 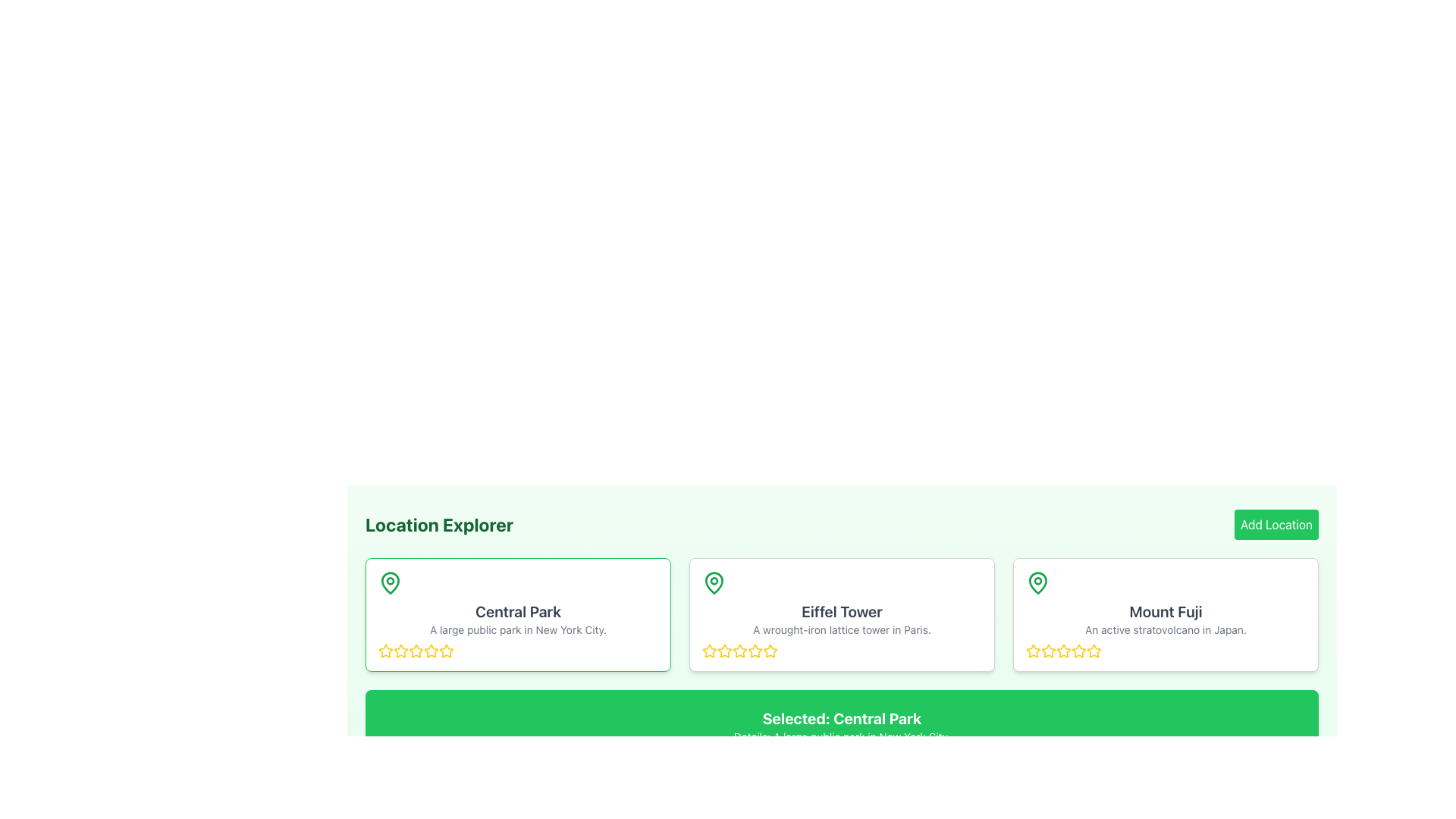 I want to click on the first yellow star in the rating system for the Eiffel Tower card to provide a rating, so click(x=708, y=649).